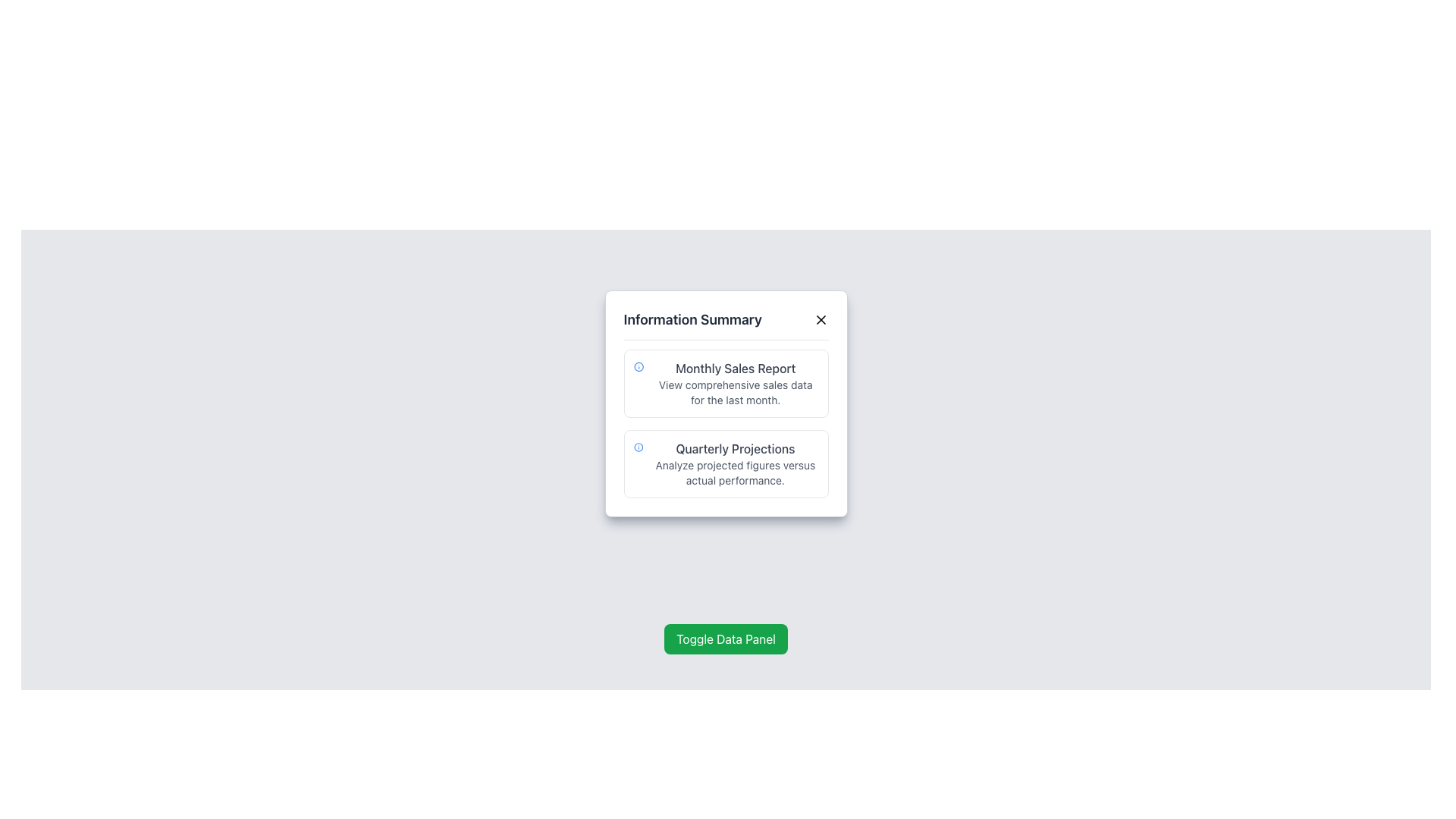  What do you see at coordinates (725, 463) in the screenshot?
I see `the second Summary card titled 'Quarterly Projections' located beneath the 'Monthly Sales Report' in the 'Information Summary' section to observe the hover effects` at bounding box center [725, 463].